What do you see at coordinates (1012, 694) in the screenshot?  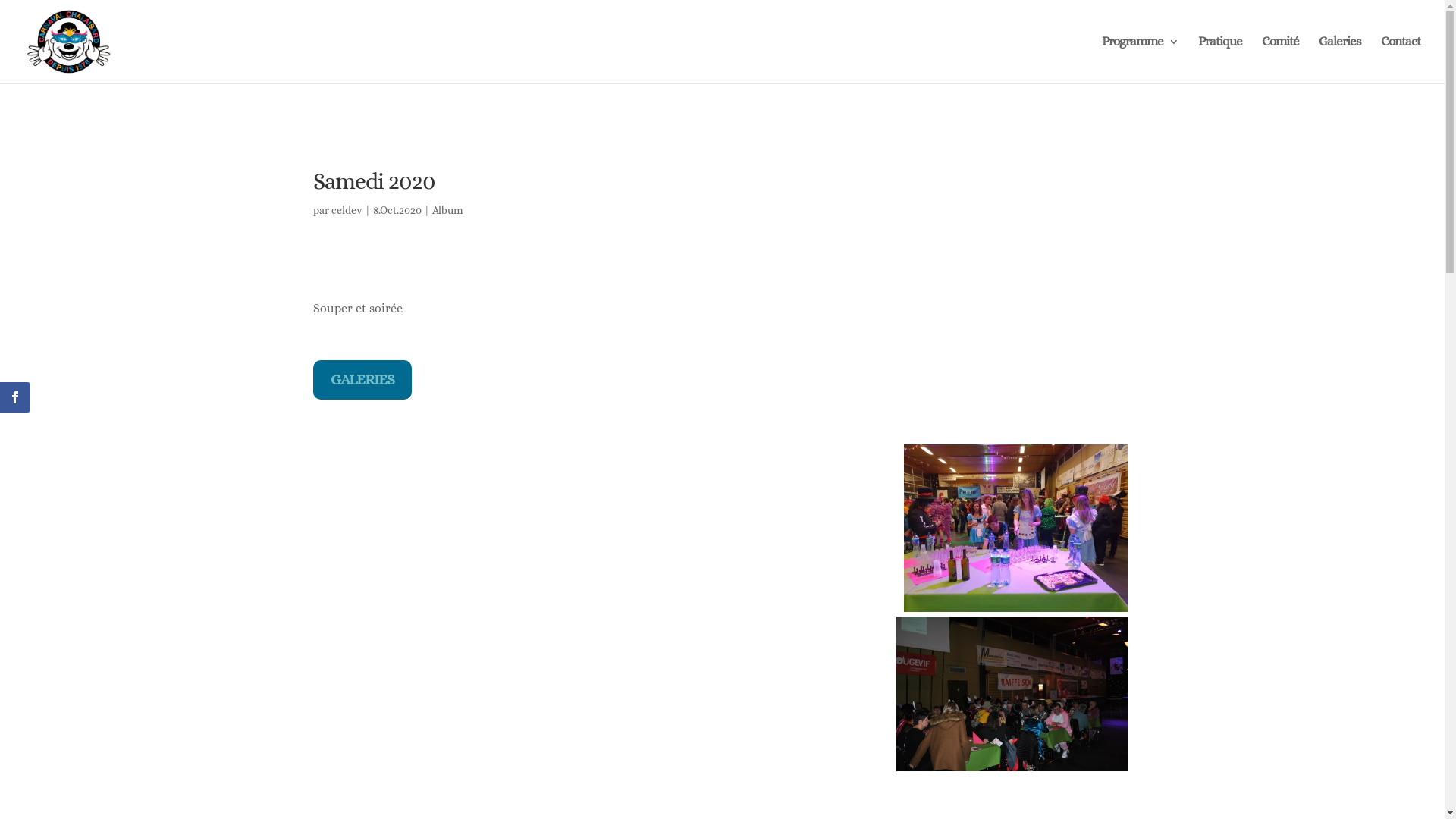 I see `'DSC_0221'` at bounding box center [1012, 694].